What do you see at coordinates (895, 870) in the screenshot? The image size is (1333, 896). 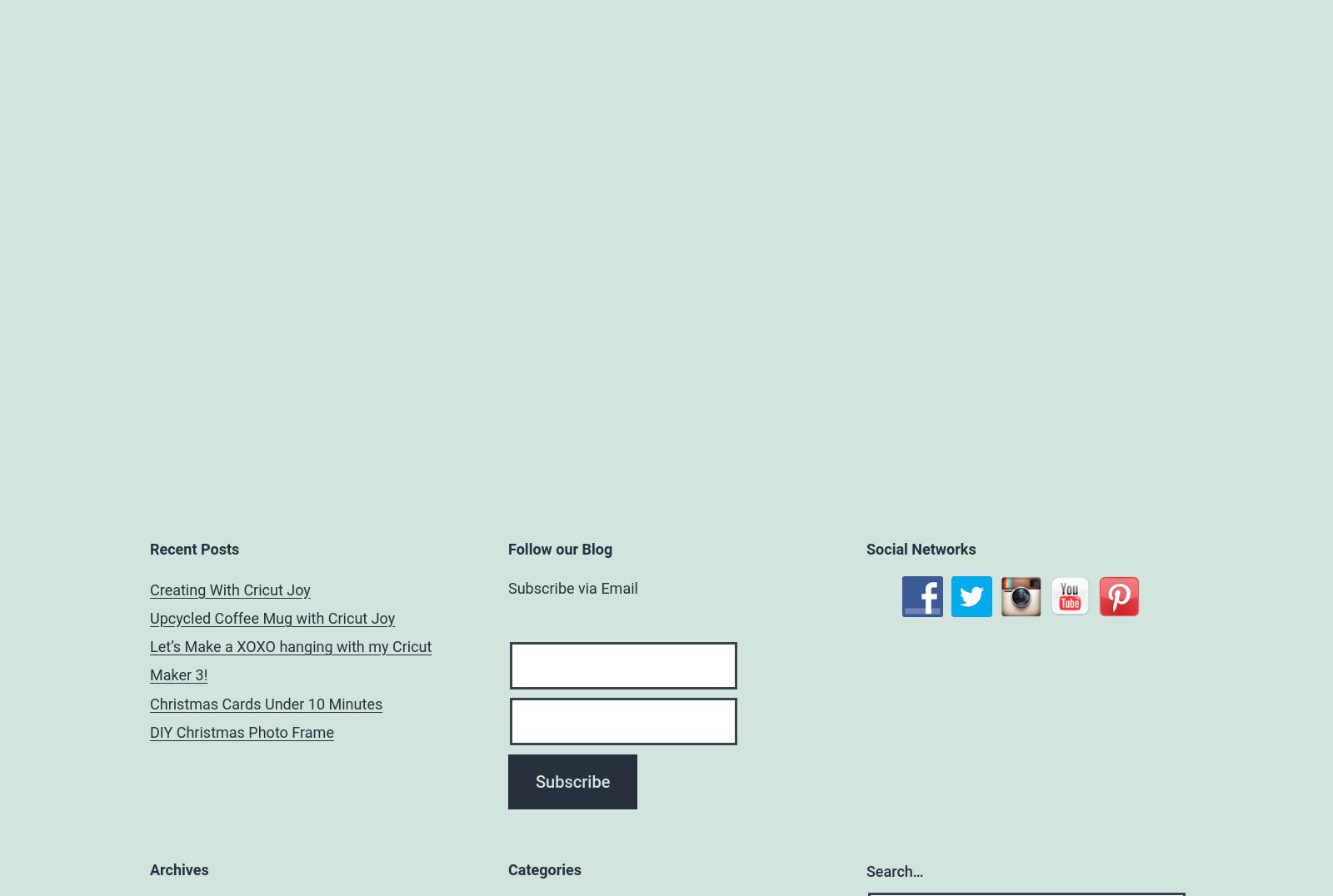 I see `'Search…'` at bounding box center [895, 870].